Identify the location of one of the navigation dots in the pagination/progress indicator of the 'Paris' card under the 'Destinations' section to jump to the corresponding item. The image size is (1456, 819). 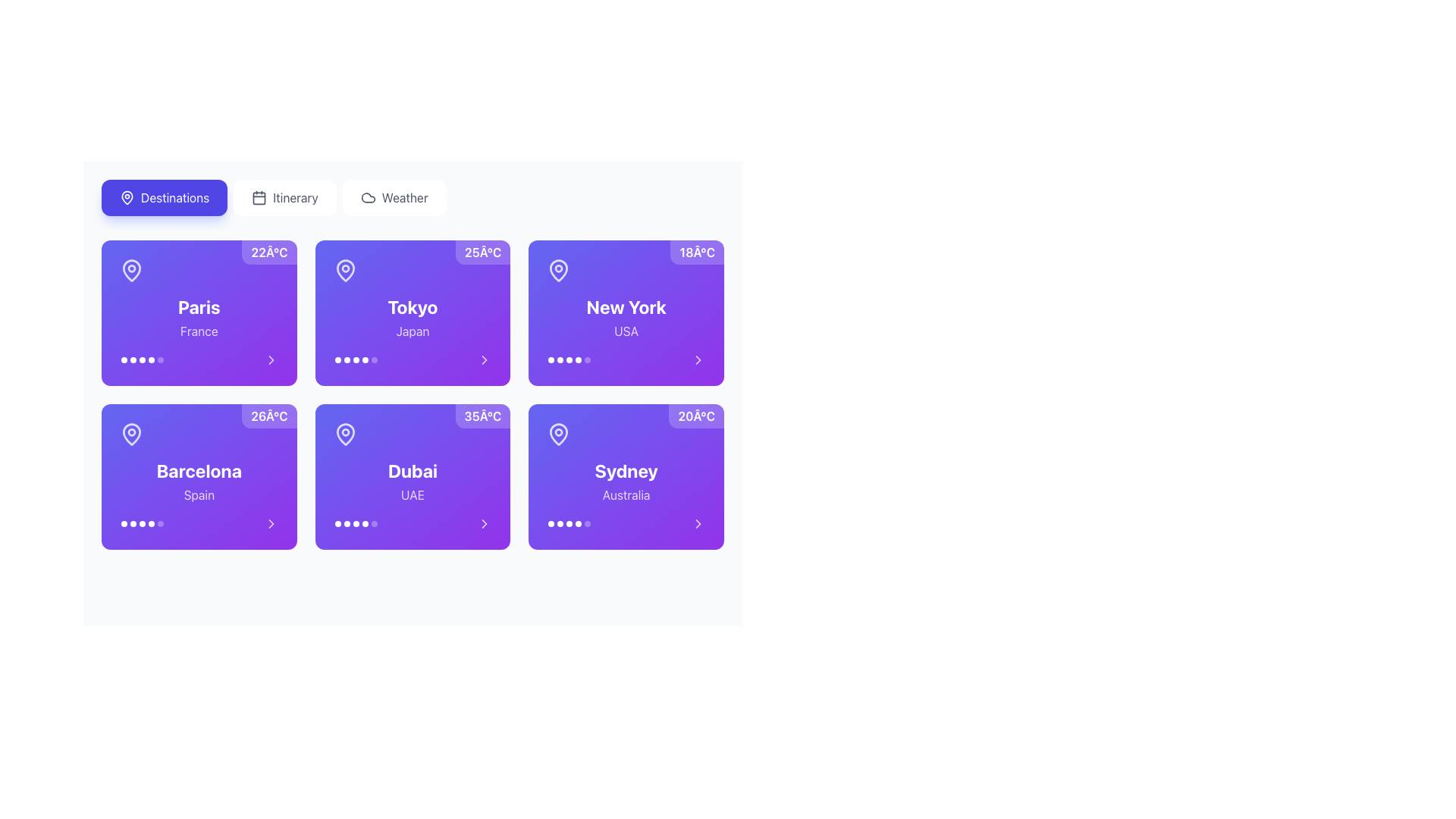
(198, 359).